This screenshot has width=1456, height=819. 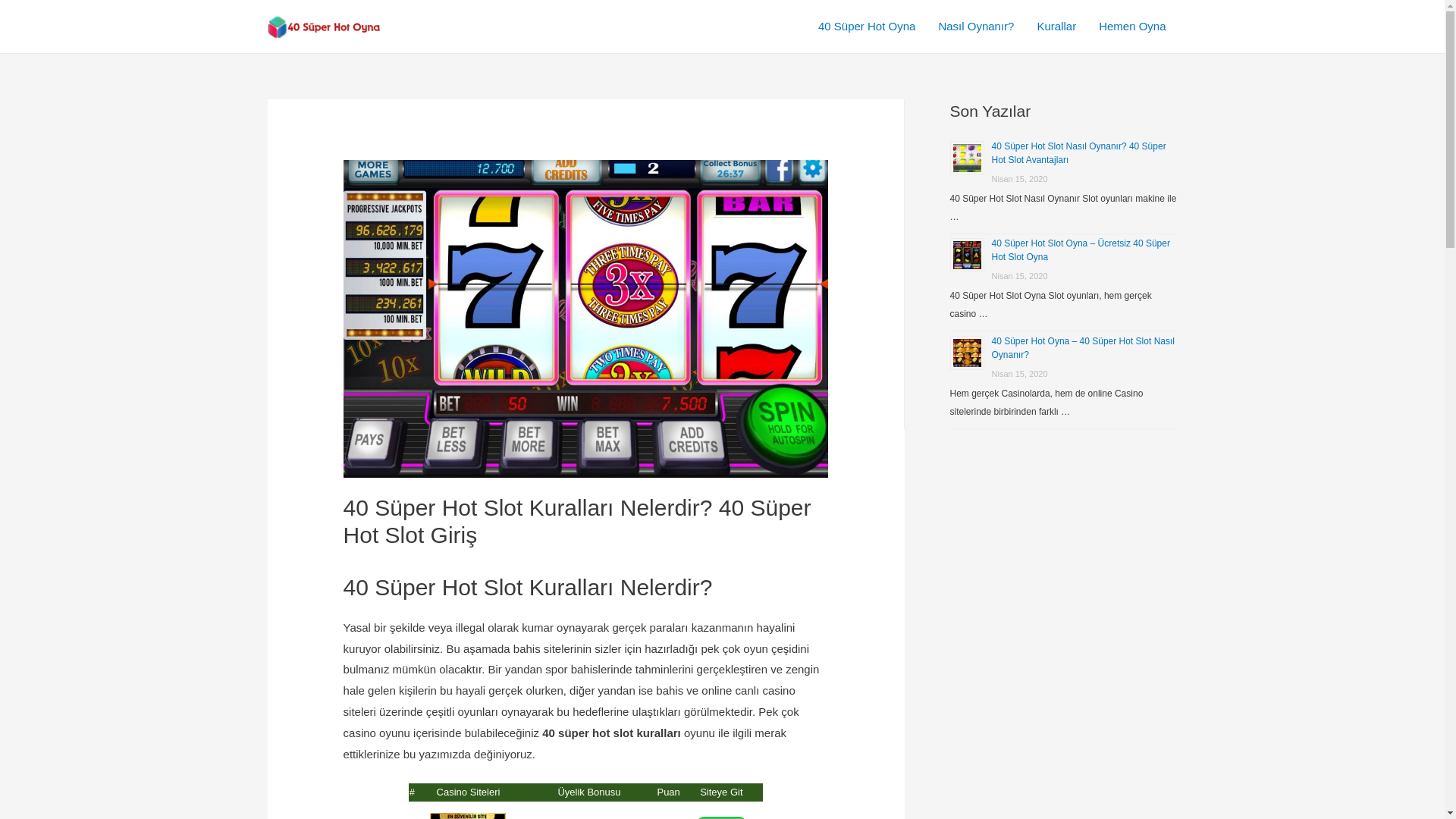 I want to click on 'Hemen Oyna', so click(x=1131, y=26).